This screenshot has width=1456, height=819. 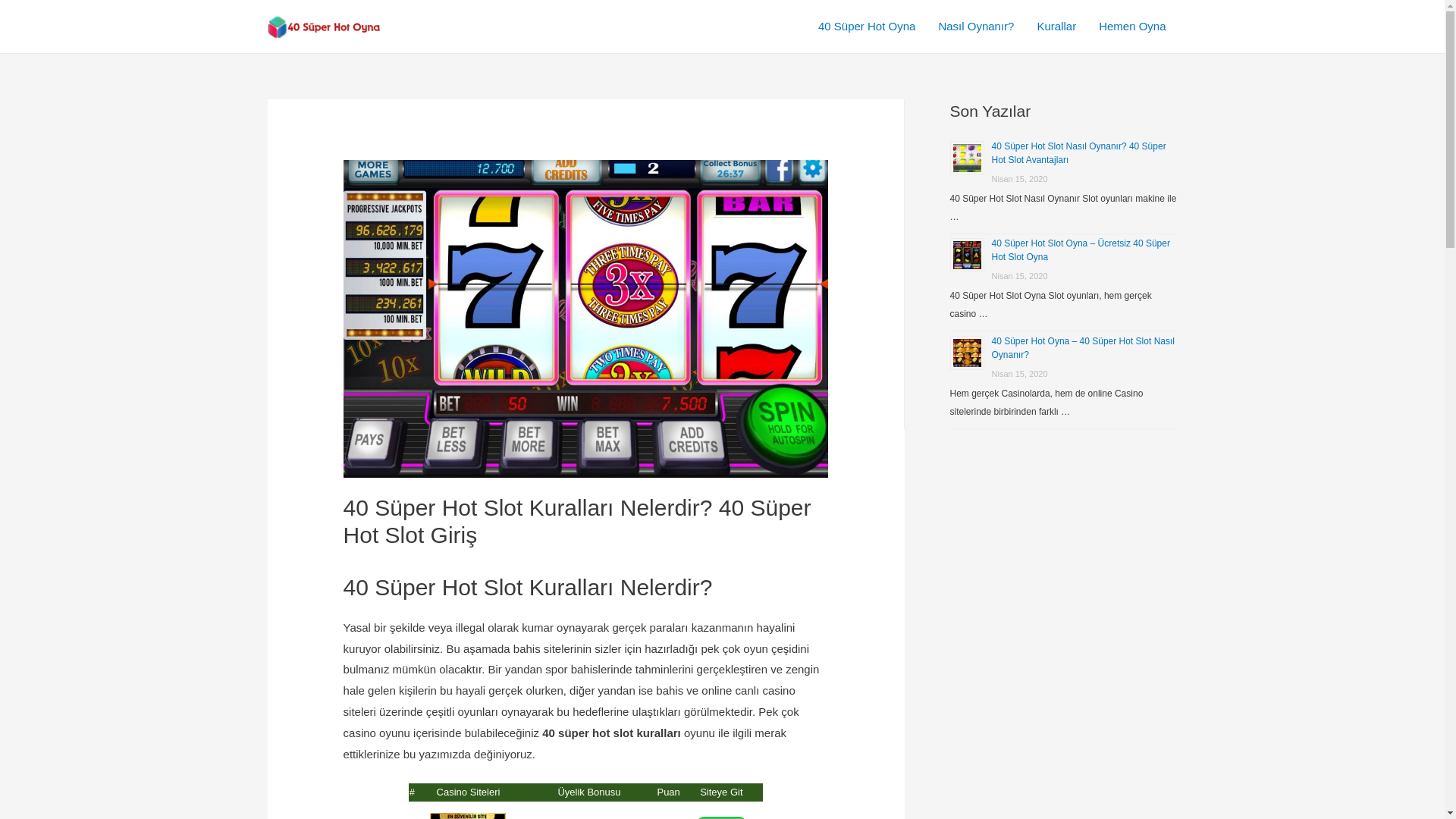 I want to click on 'Hemen Oyna', so click(x=1131, y=26).